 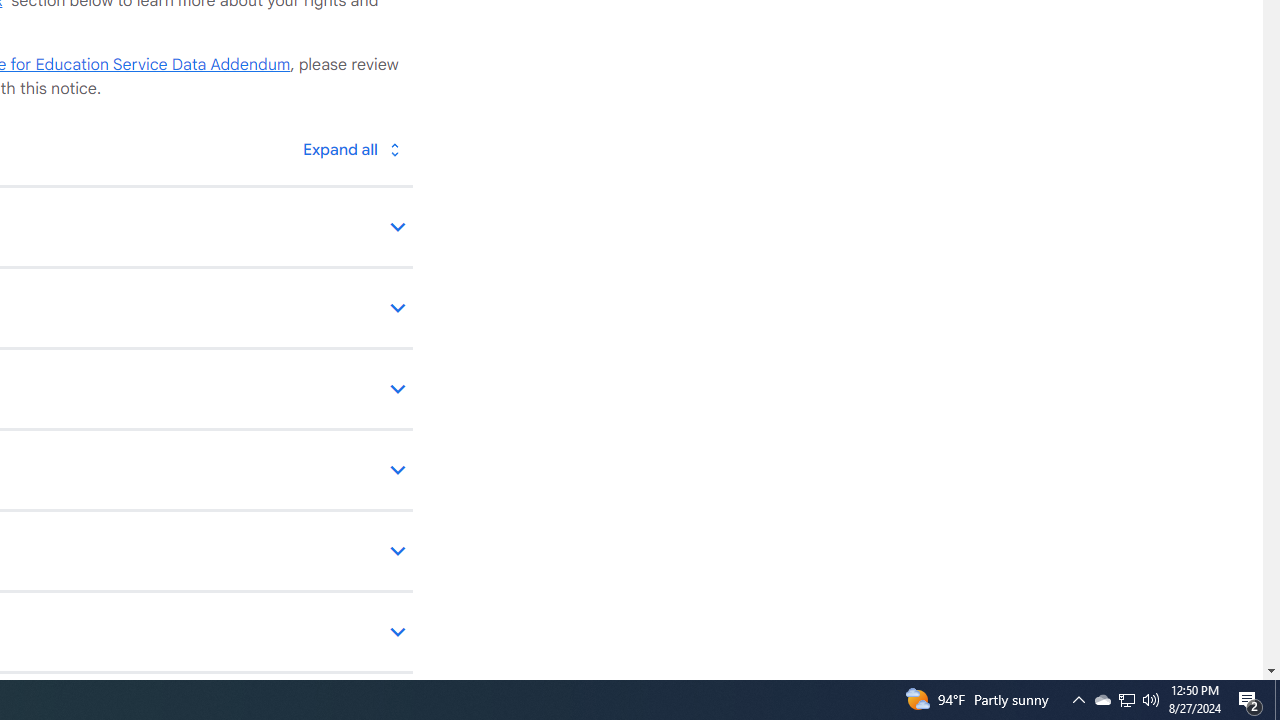 I want to click on 'Toggle all', so click(x=351, y=148).